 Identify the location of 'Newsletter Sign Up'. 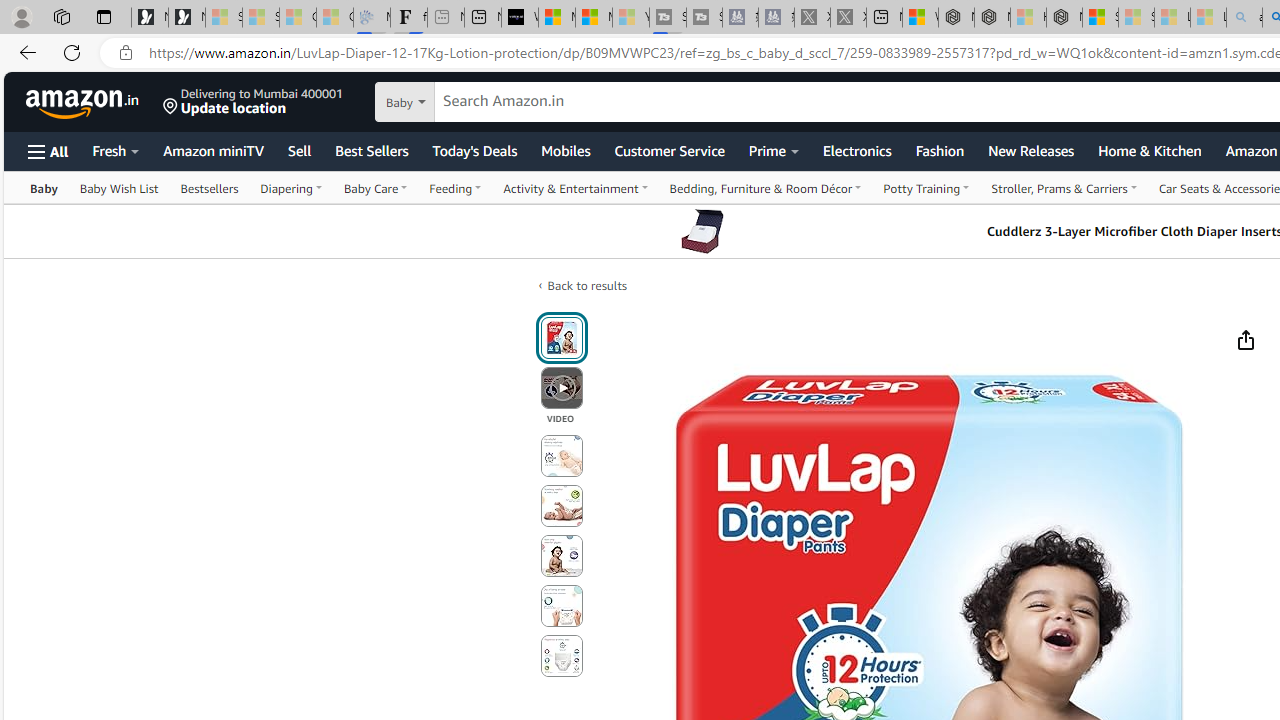
(186, 17).